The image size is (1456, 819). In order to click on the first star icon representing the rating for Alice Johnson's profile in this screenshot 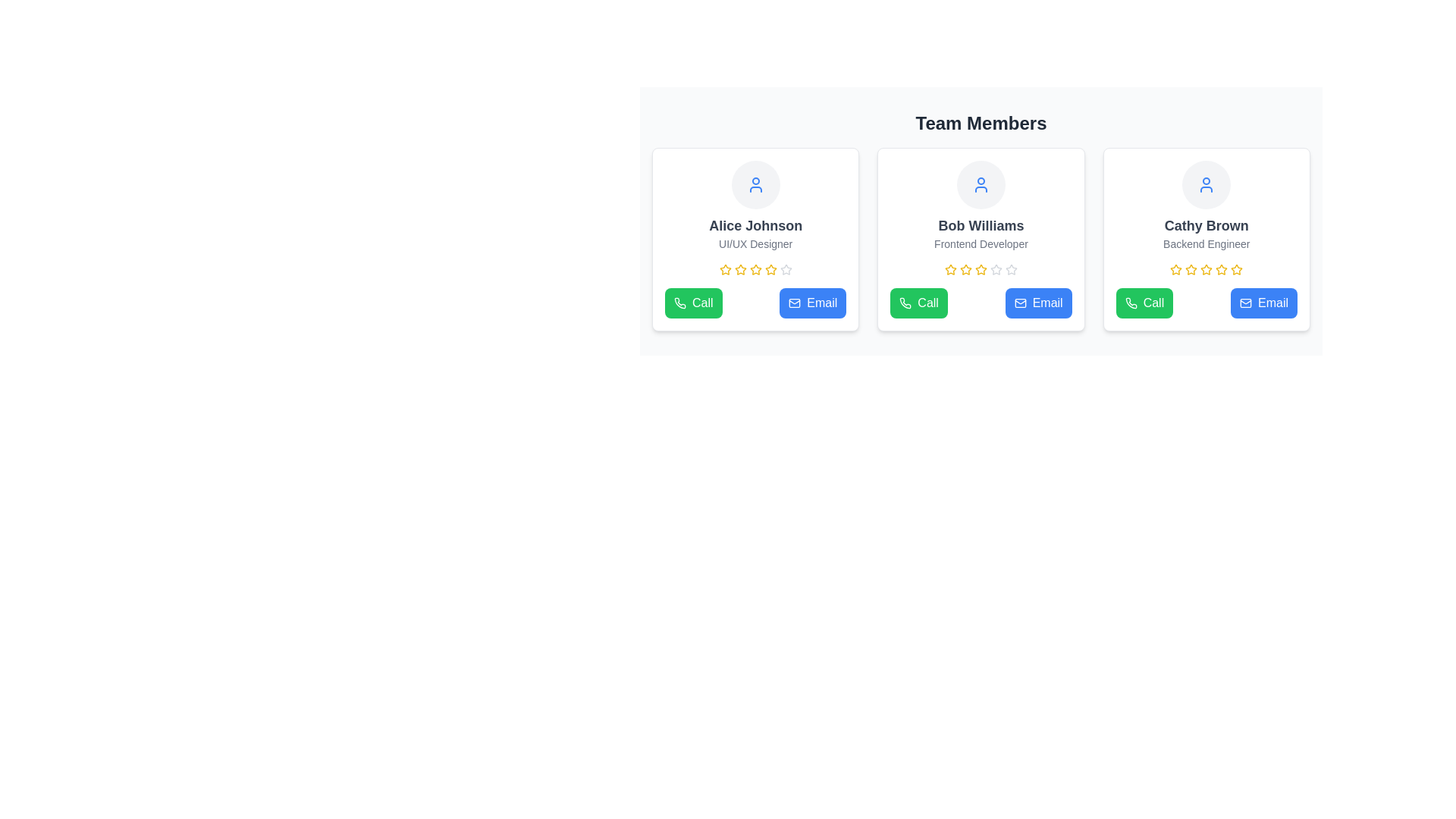, I will do `click(724, 268)`.